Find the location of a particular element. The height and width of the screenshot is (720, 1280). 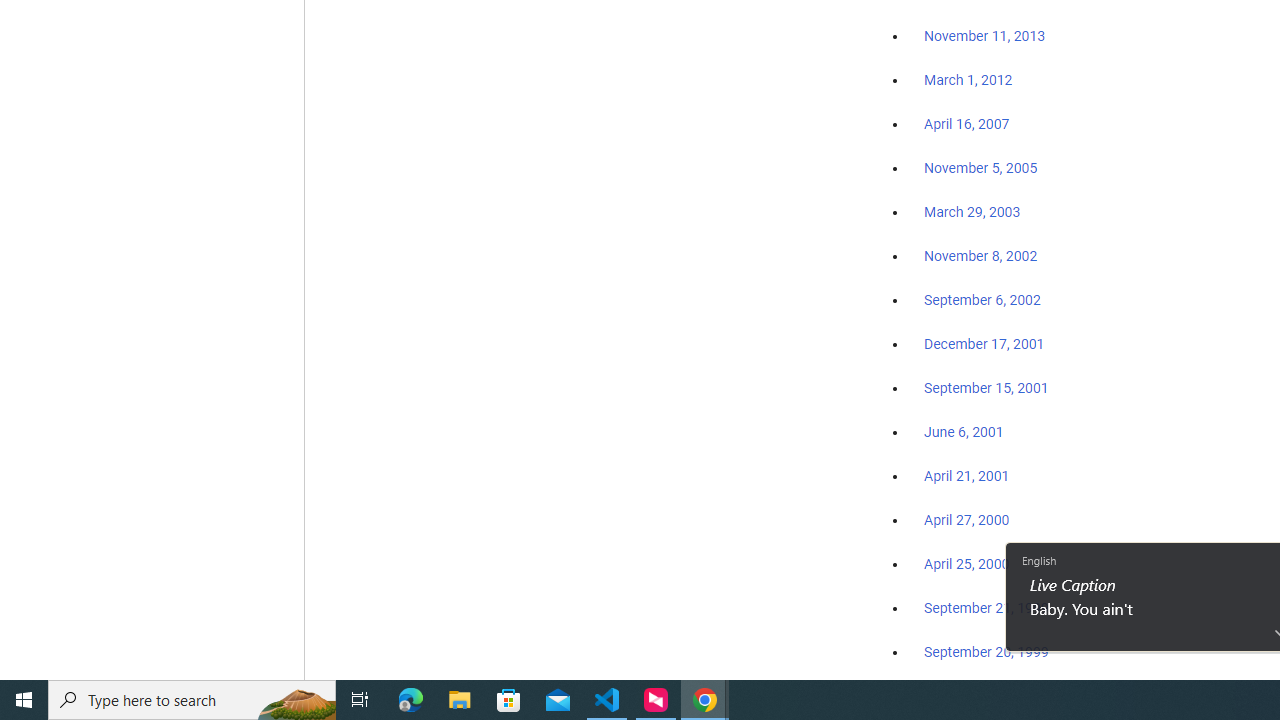

'December 17, 2001' is located at coordinates (984, 342).